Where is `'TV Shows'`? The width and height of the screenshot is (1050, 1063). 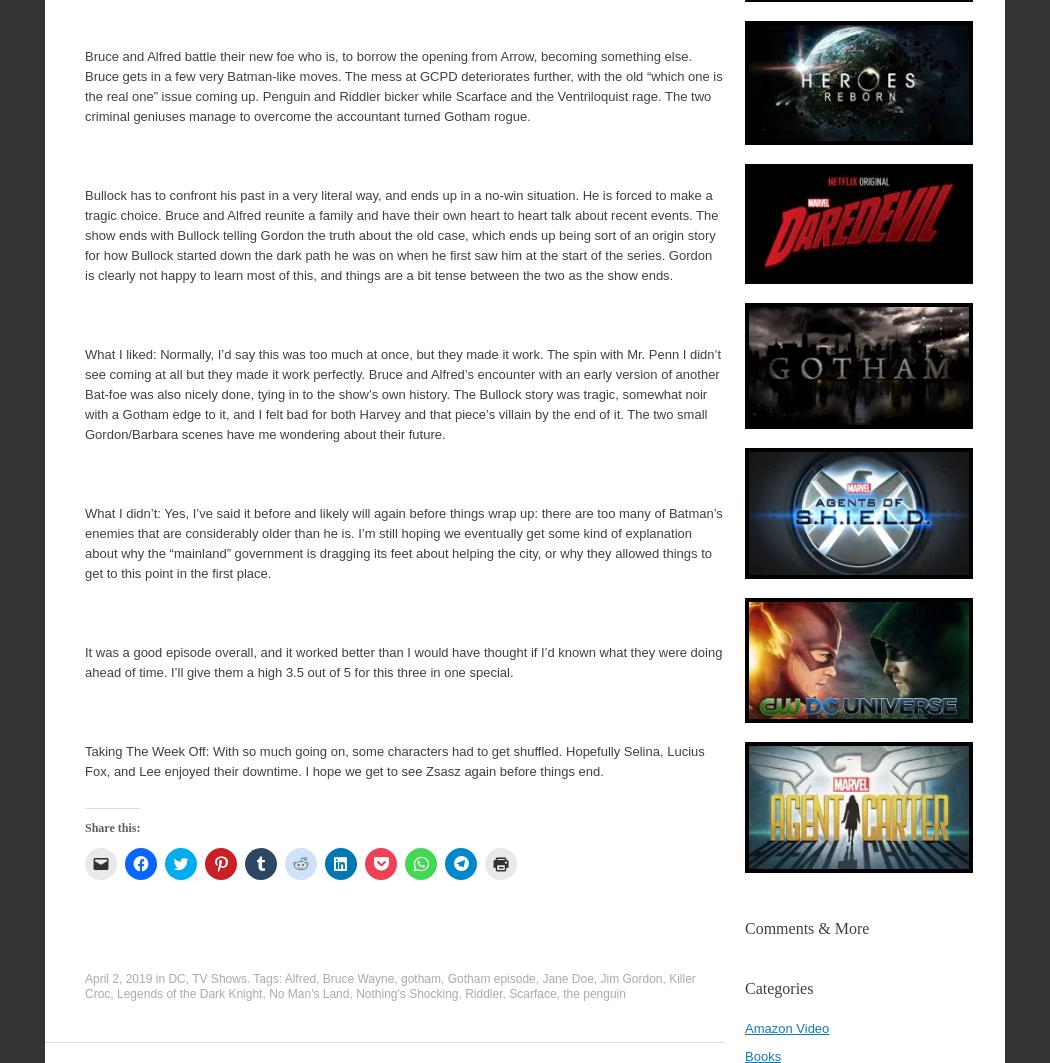 'TV Shows' is located at coordinates (218, 976).